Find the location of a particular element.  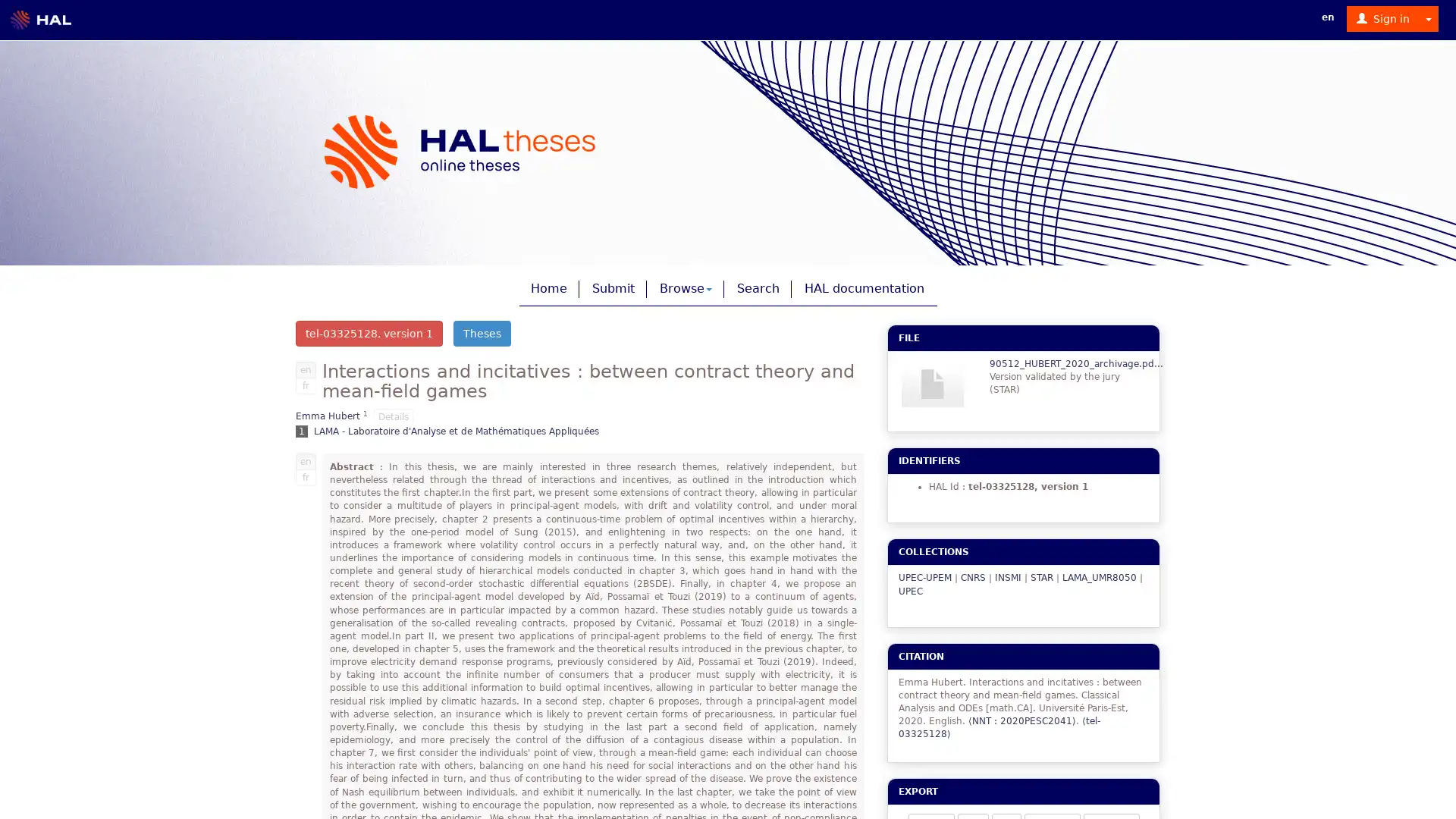

en is located at coordinates (305, 460).